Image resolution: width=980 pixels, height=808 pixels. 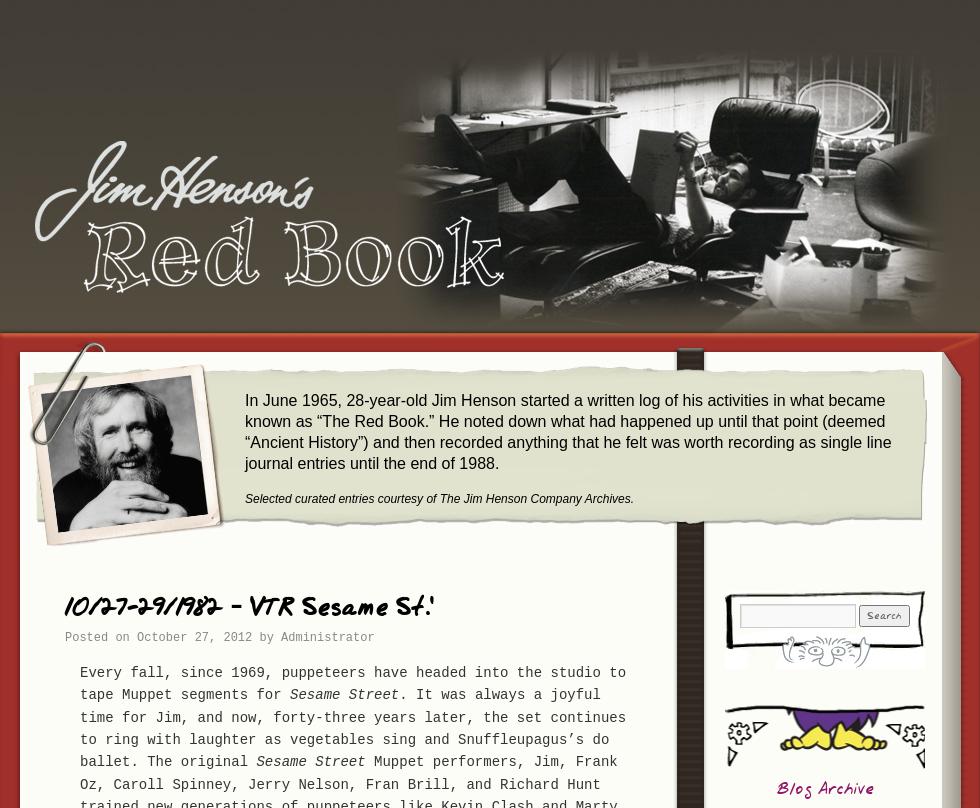 What do you see at coordinates (64, 608) in the screenshot?
I see `'10/27-29/1982 – ‘VTR Sesame St.’'` at bounding box center [64, 608].